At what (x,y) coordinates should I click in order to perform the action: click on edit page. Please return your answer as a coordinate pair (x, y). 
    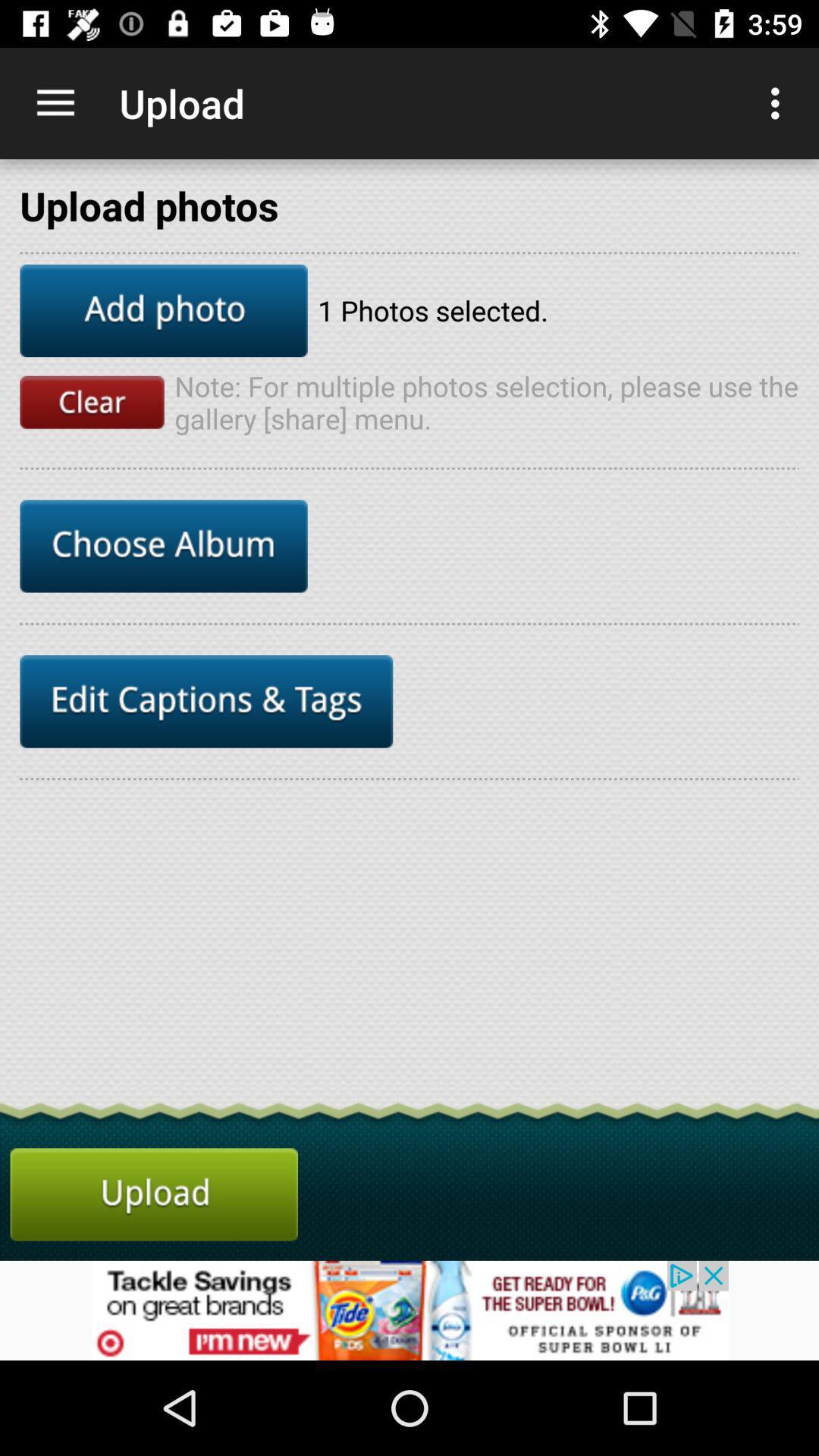
    Looking at the image, I should click on (206, 701).